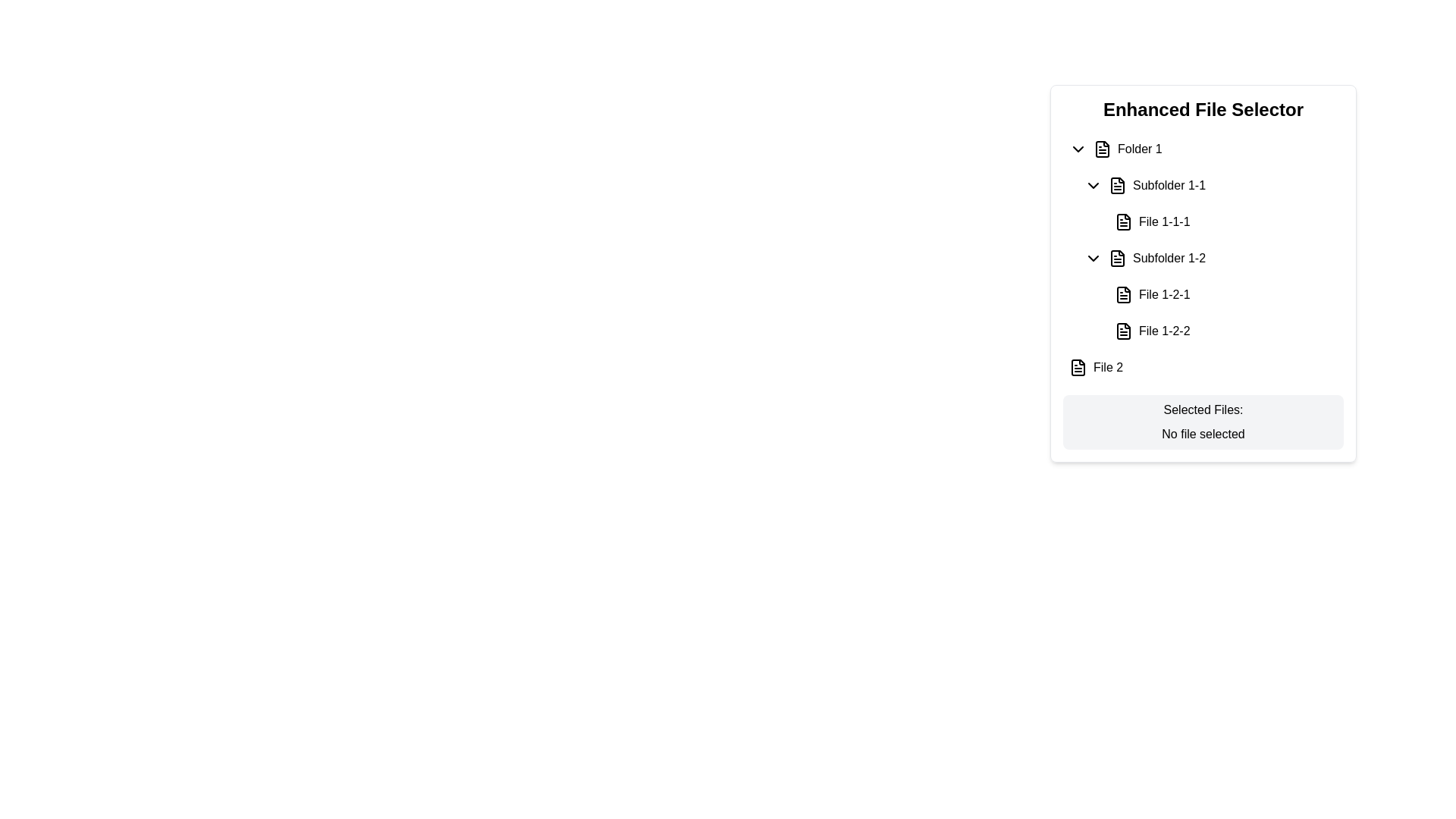 The image size is (1456, 819). I want to click on the file icon adjacent to the label 'Folder 1', so click(1103, 149).